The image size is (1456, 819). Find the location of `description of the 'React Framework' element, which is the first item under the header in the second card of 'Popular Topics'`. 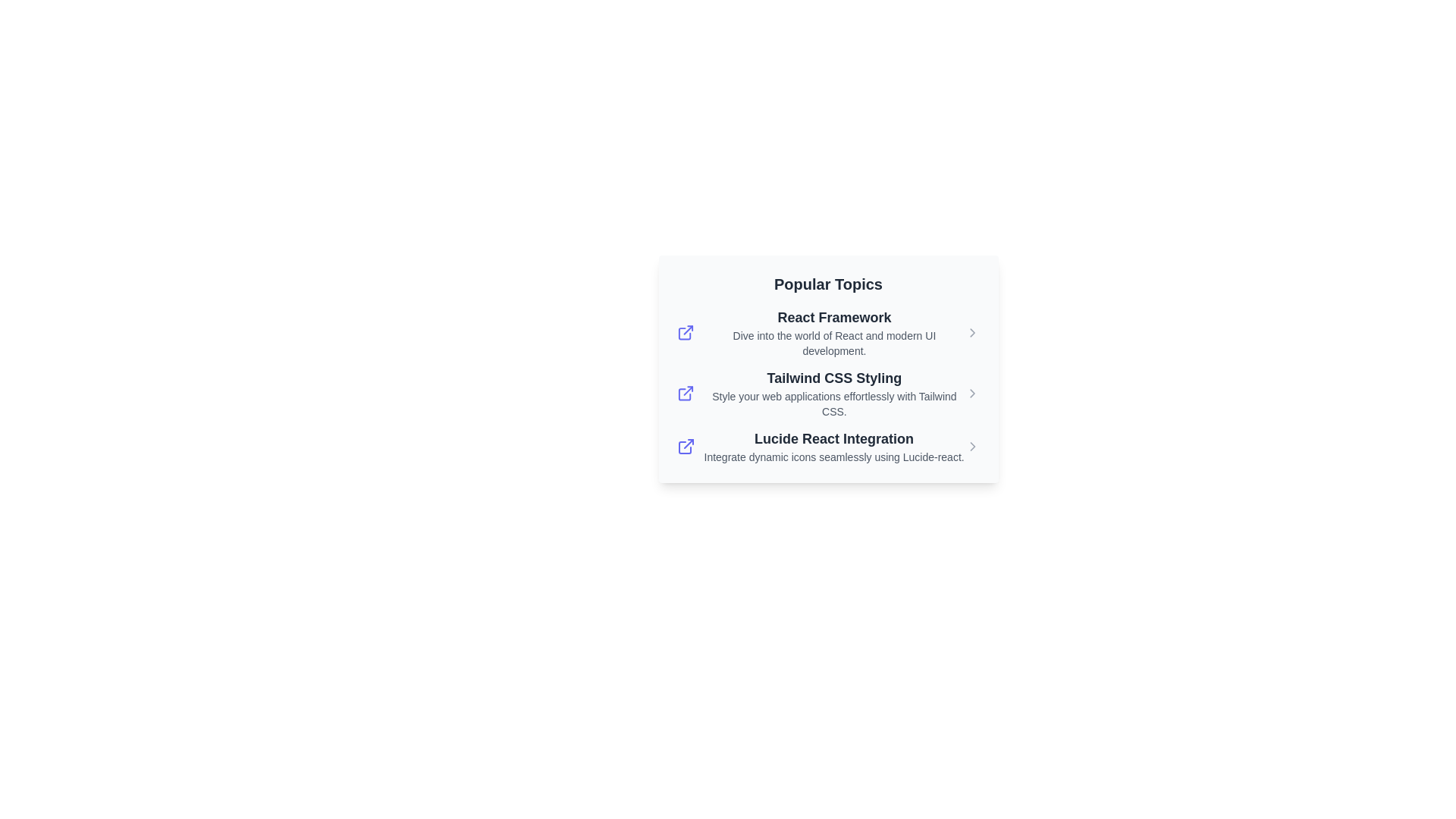

description of the 'React Framework' element, which is the first item under the header in the second card of 'Popular Topics' is located at coordinates (833, 332).